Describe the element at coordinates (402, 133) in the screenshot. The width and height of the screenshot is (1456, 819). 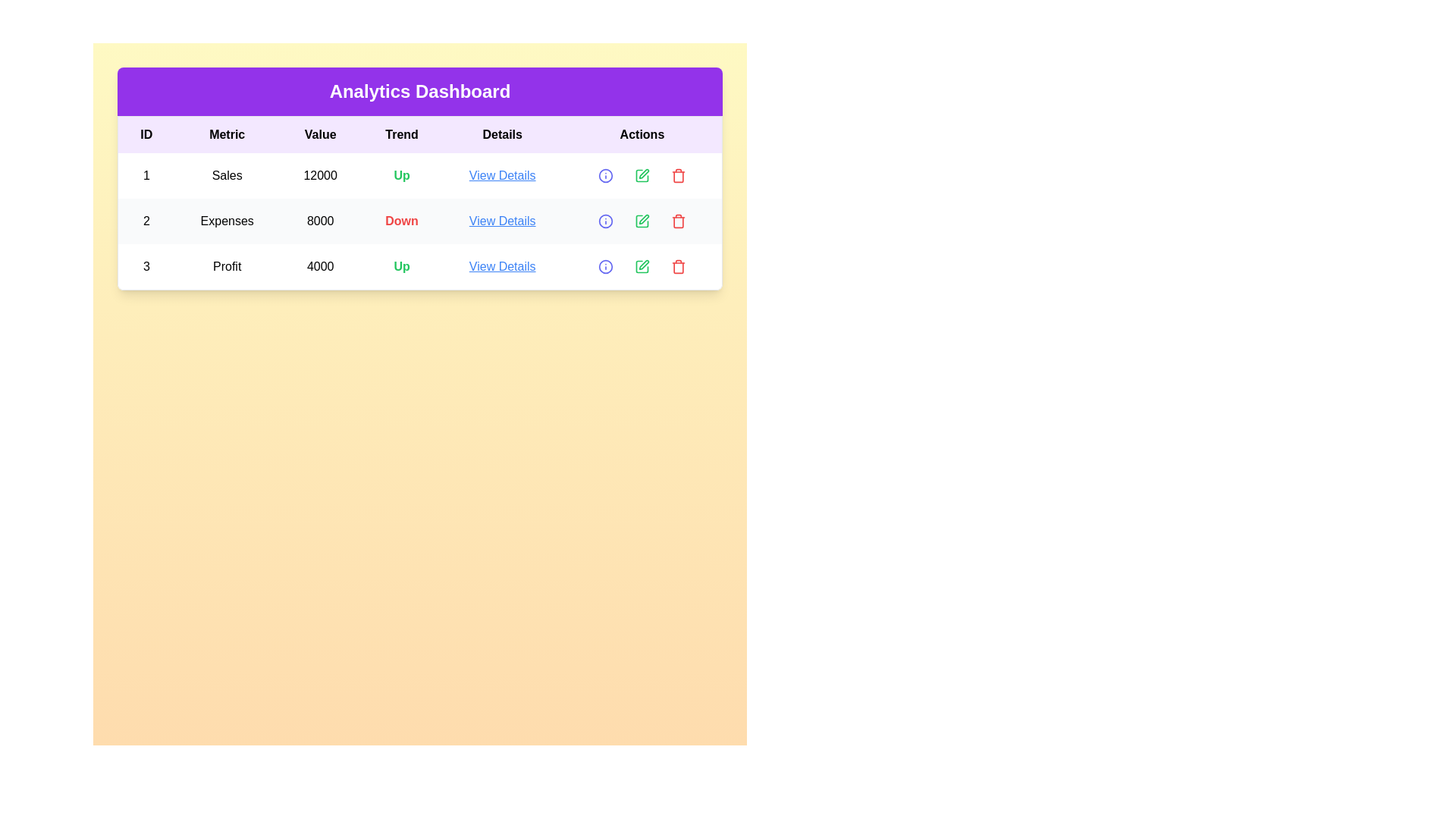
I see `the 'Trend' column header cell in the table to sort the data if the sorting functionality is implemented` at that location.